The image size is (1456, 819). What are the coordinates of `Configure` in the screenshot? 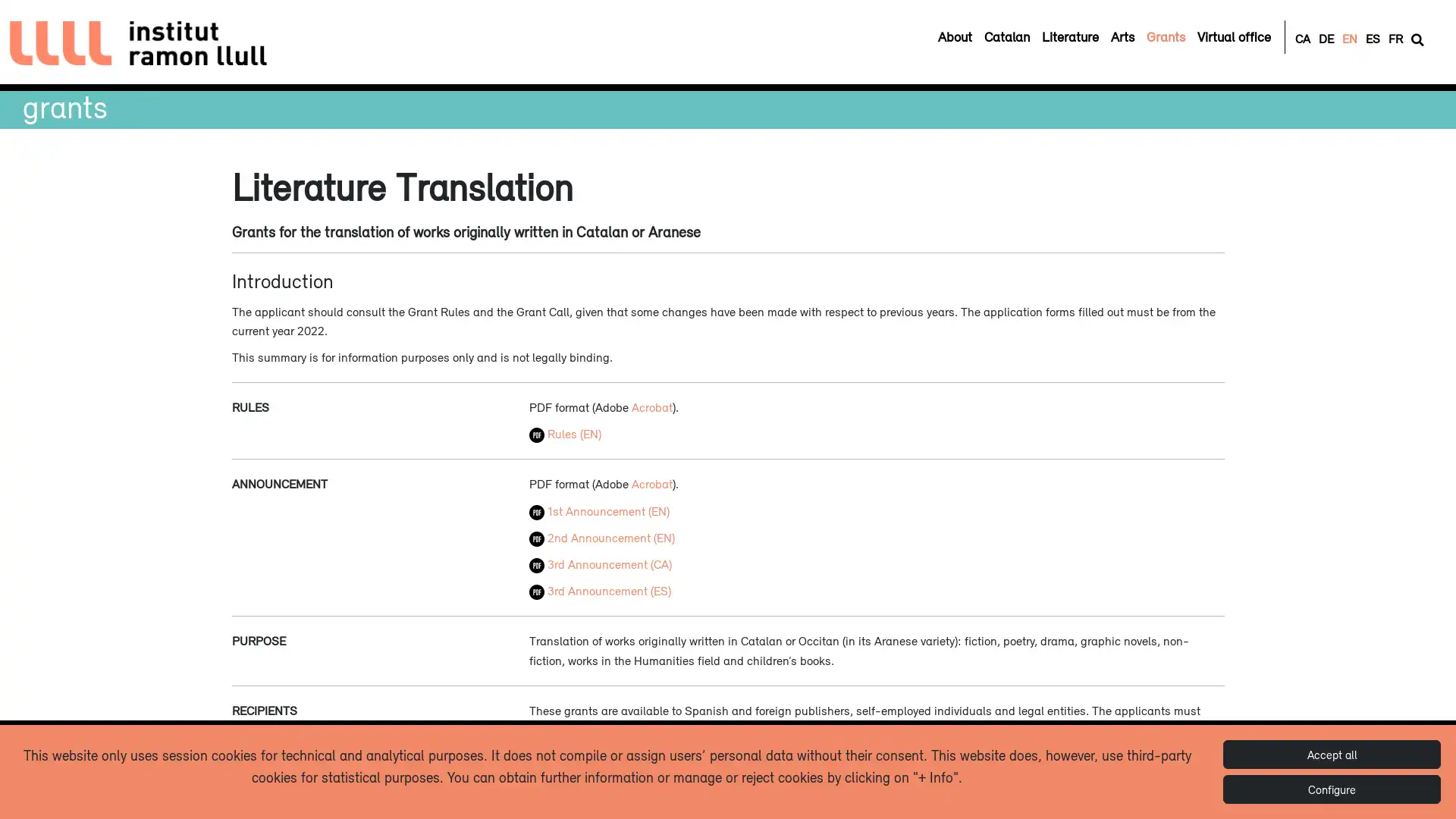 It's located at (1331, 789).